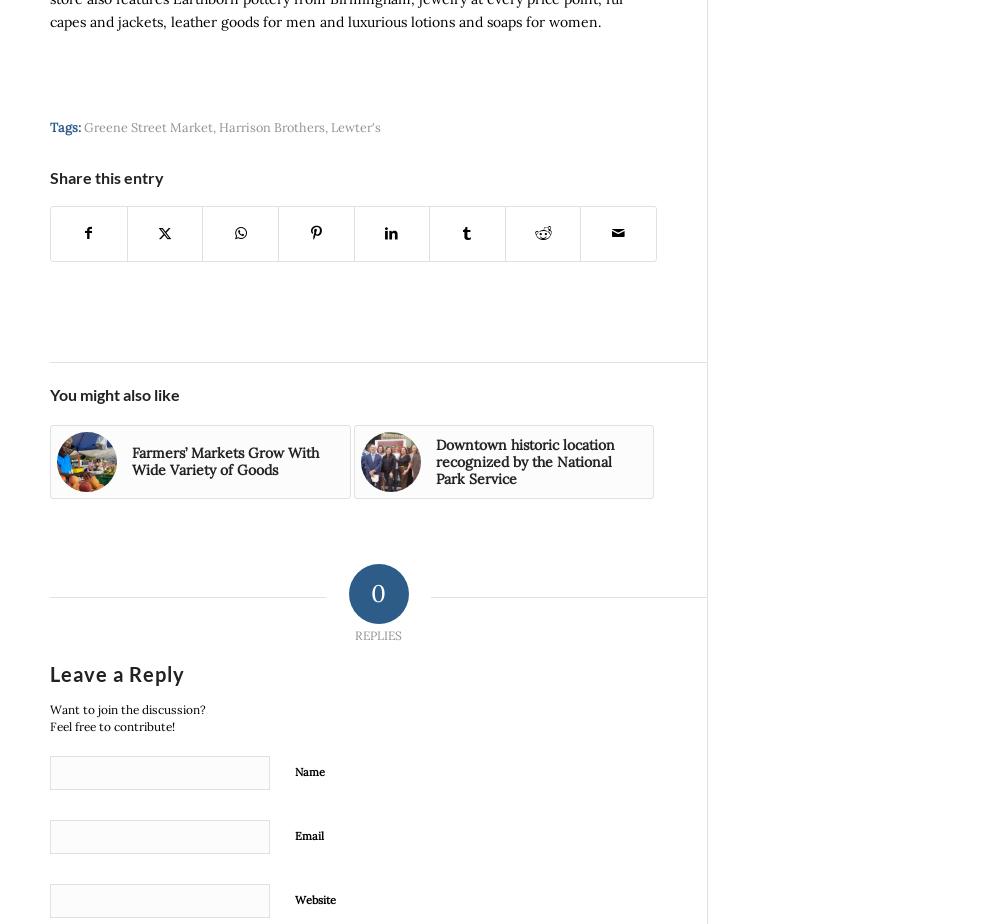 This screenshot has width=1000, height=924. Describe the element at coordinates (106, 176) in the screenshot. I see `'Share this entry'` at that location.